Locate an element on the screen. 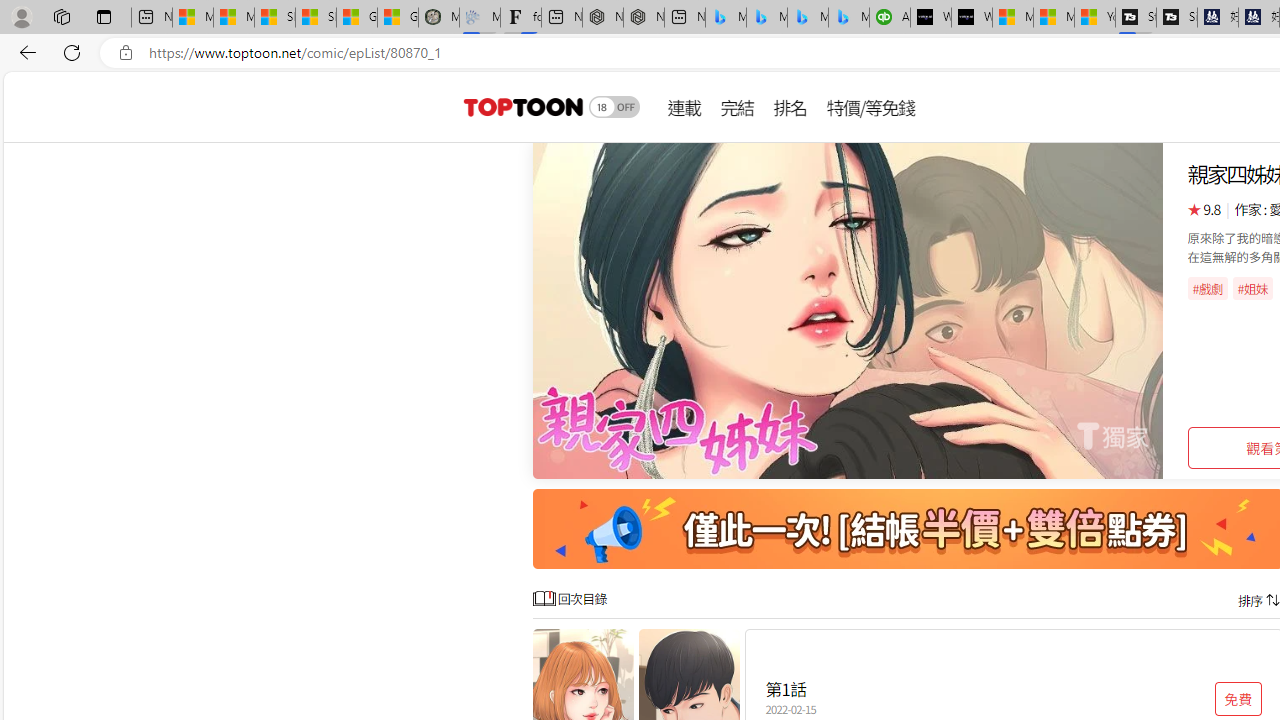 This screenshot has height=720, width=1280. 'View site information' is located at coordinates (125, 52).